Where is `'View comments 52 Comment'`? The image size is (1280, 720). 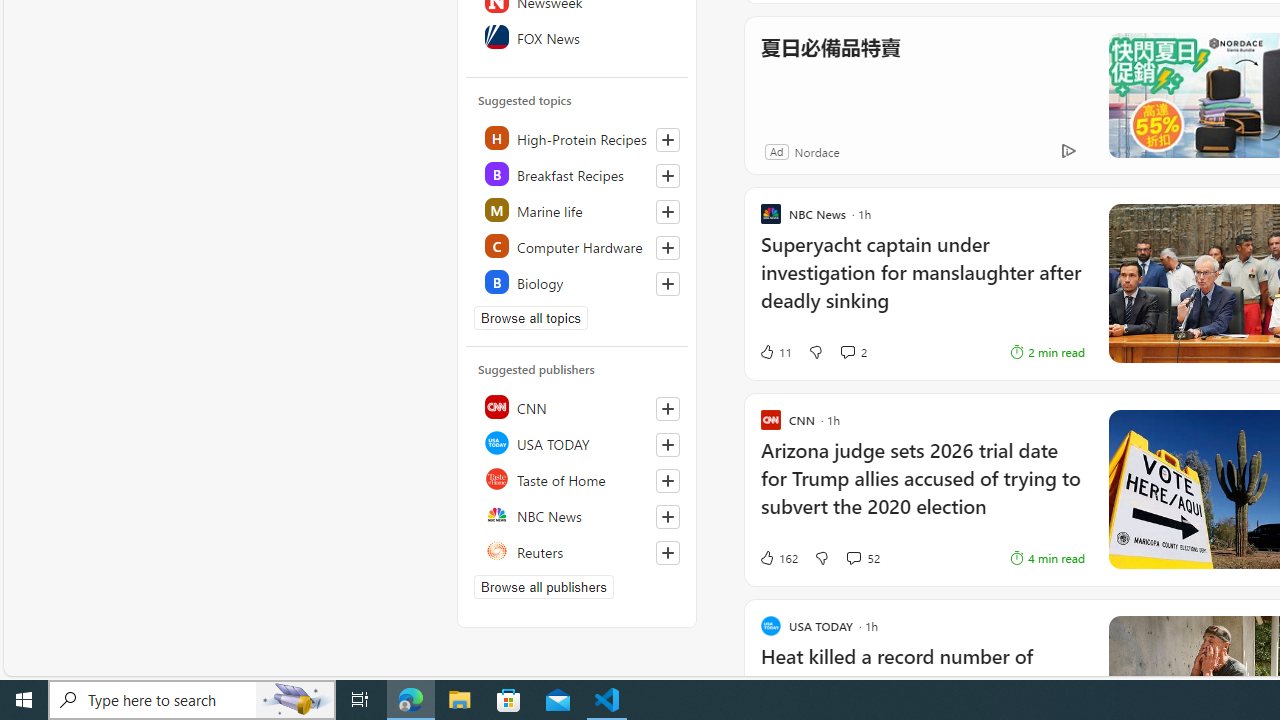 'View comments 52 Comment' is located at coordinates (862, 558).